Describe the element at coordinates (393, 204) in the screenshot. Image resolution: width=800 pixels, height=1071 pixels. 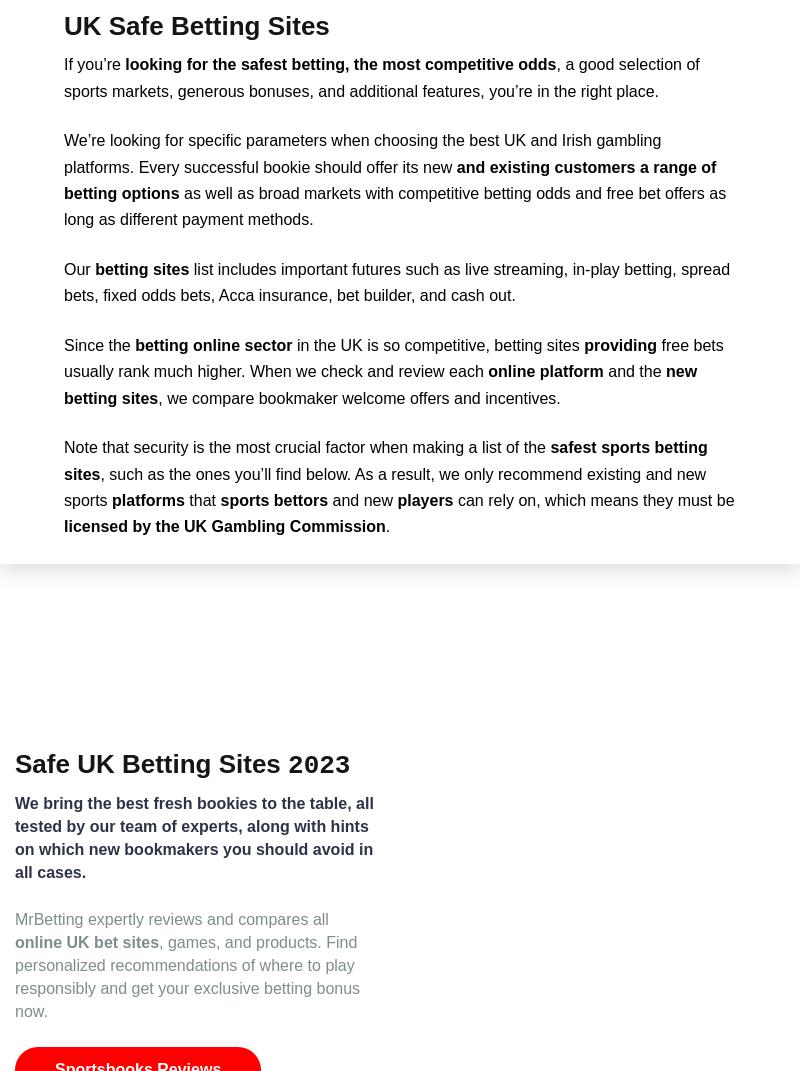
I see `'as well as broad markets with competitive betting odds and free bet offers as long as different payment methods.'` at that location.